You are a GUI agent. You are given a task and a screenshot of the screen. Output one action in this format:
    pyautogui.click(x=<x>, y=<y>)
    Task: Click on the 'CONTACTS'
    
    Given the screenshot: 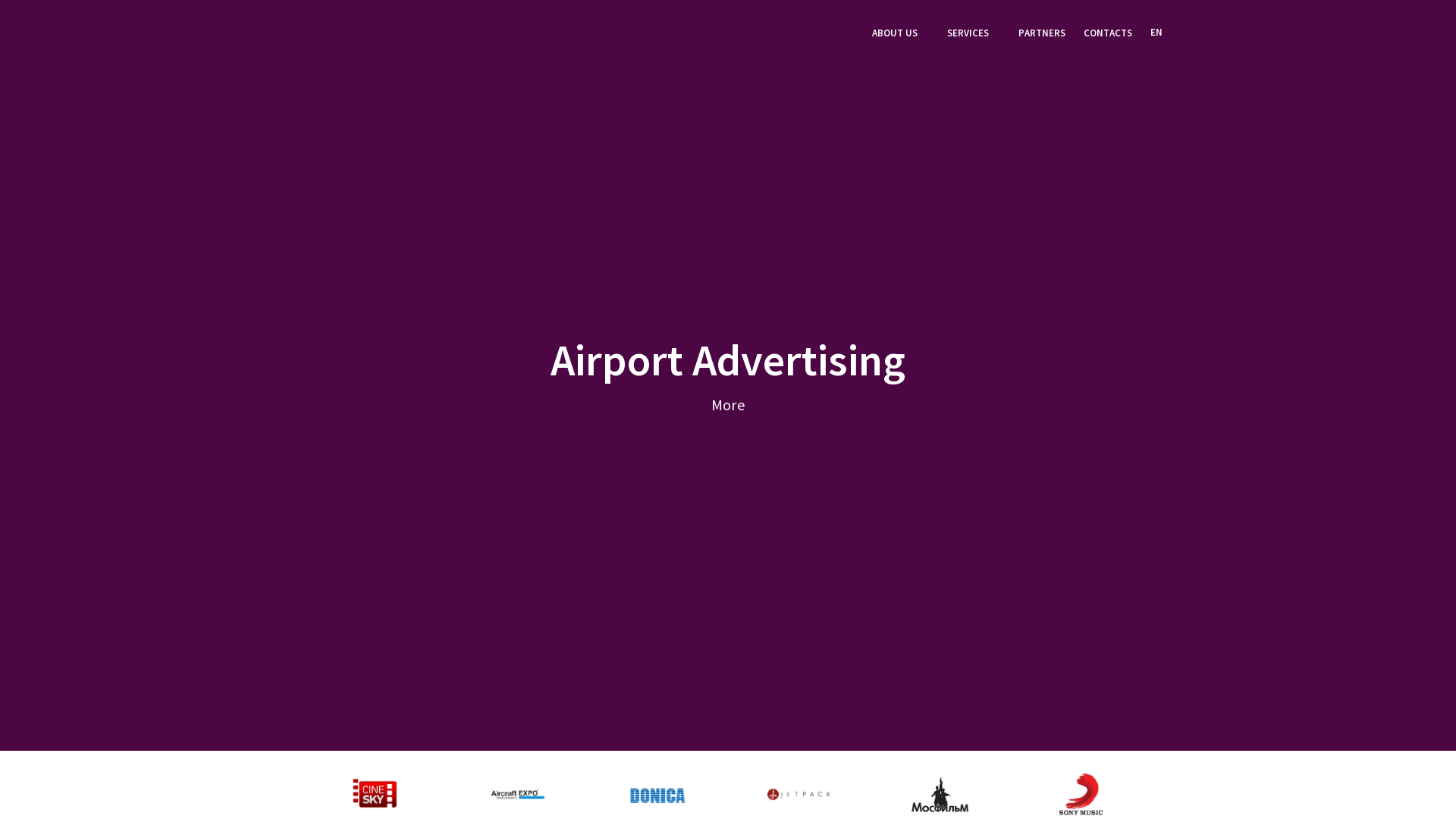 What is the action you would take?
    pyautogui.click(x=1083, y=34)
    